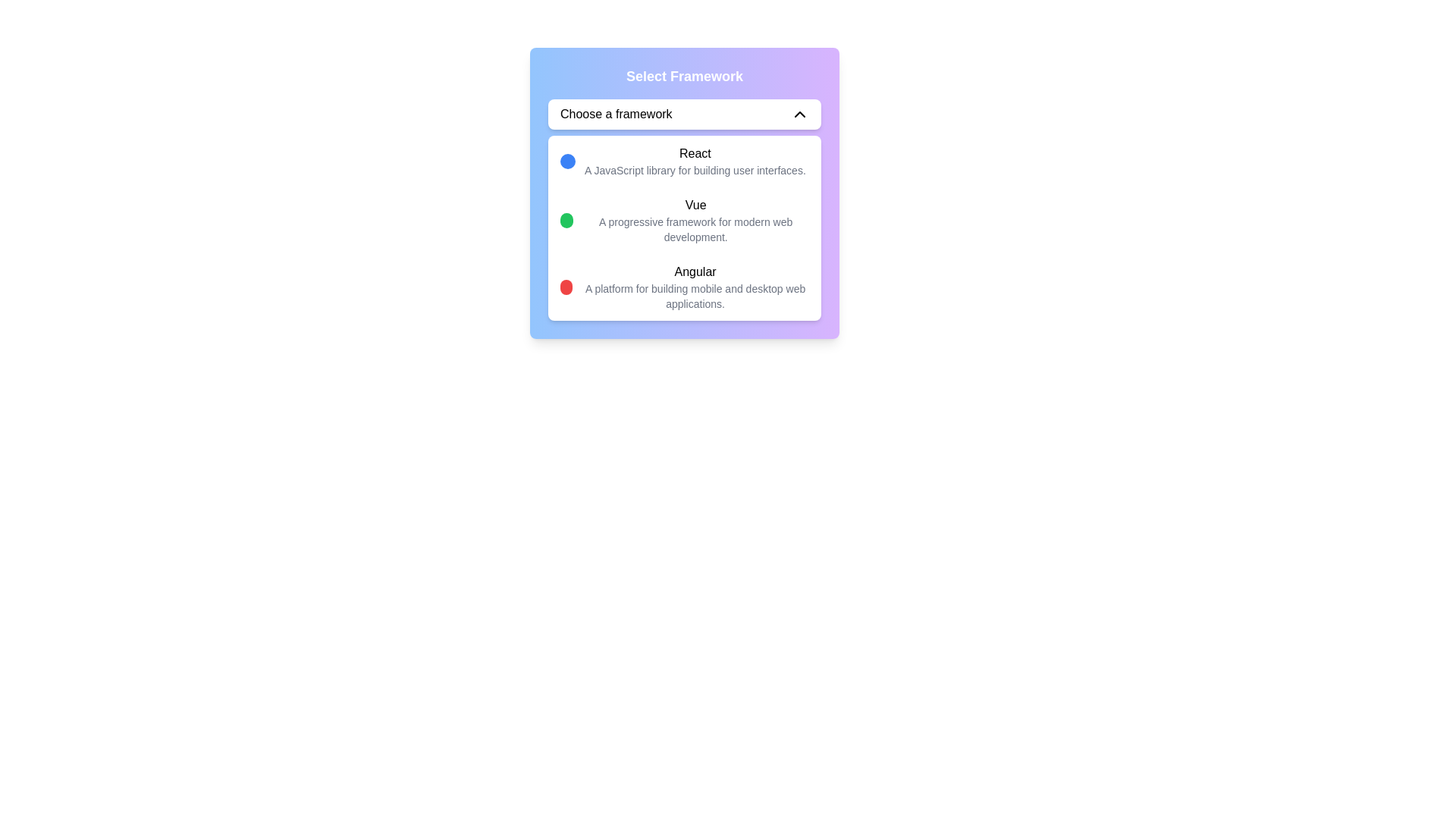  Describe the element at coordinates (694, 154) in the screenshot. I see `the static text element displaying 'React', which is styled in medium bold font and is the first option in the framework selection list` at that location.